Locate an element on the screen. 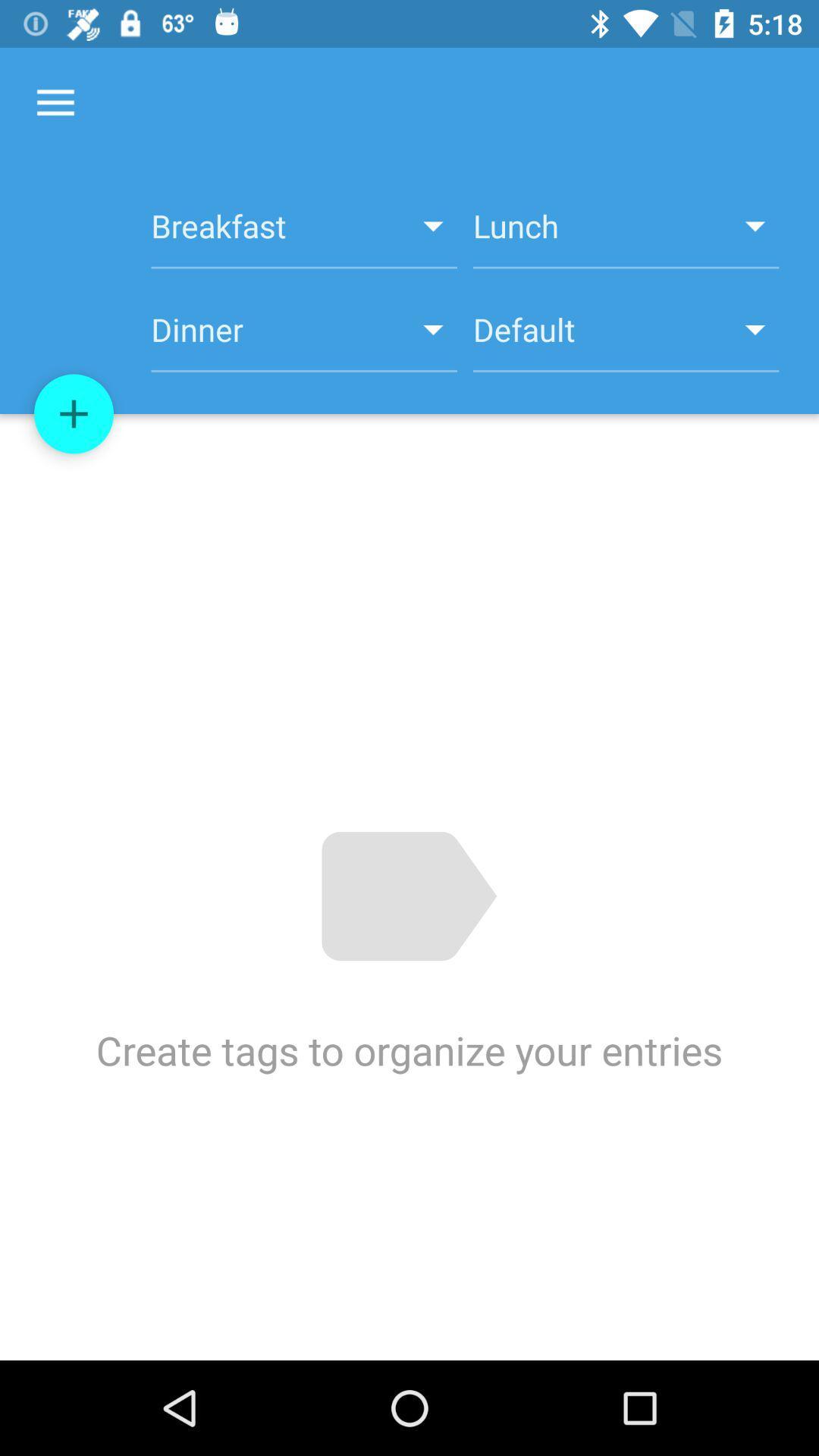 This screenshot has height=1456, width=819. breakfast icon is located at coordinates (304, 234).